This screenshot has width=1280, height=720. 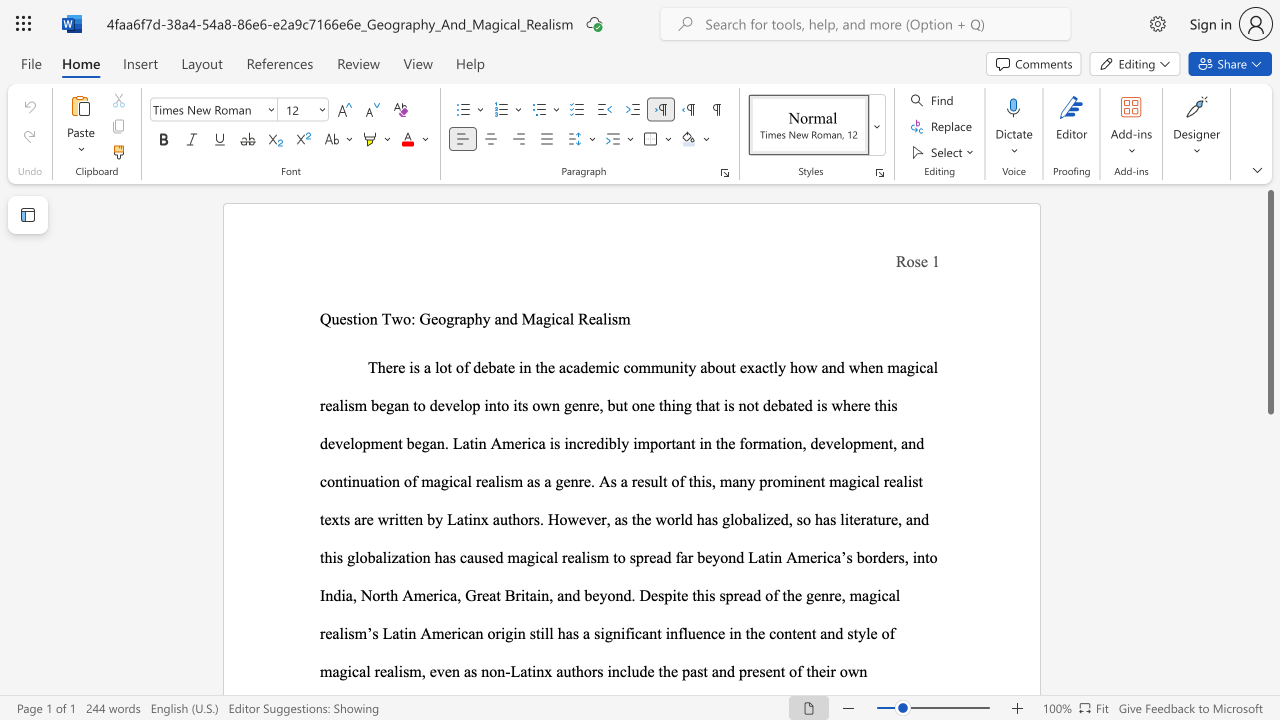 I want to click on the 1th character "n" in the text, so click(x=615, y=633).